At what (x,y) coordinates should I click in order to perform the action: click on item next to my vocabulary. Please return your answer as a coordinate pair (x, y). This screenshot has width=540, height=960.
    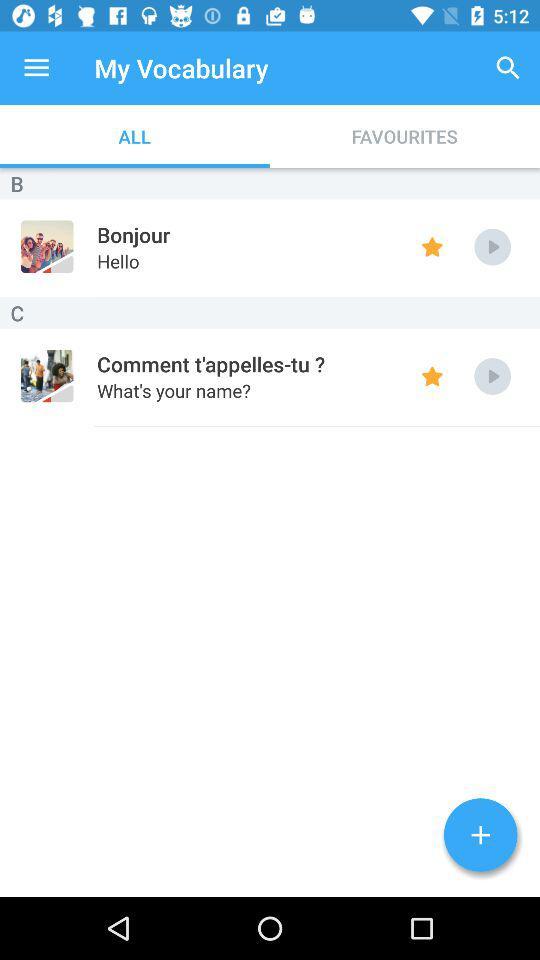
    Looking at the image, I should click on (508, 68).